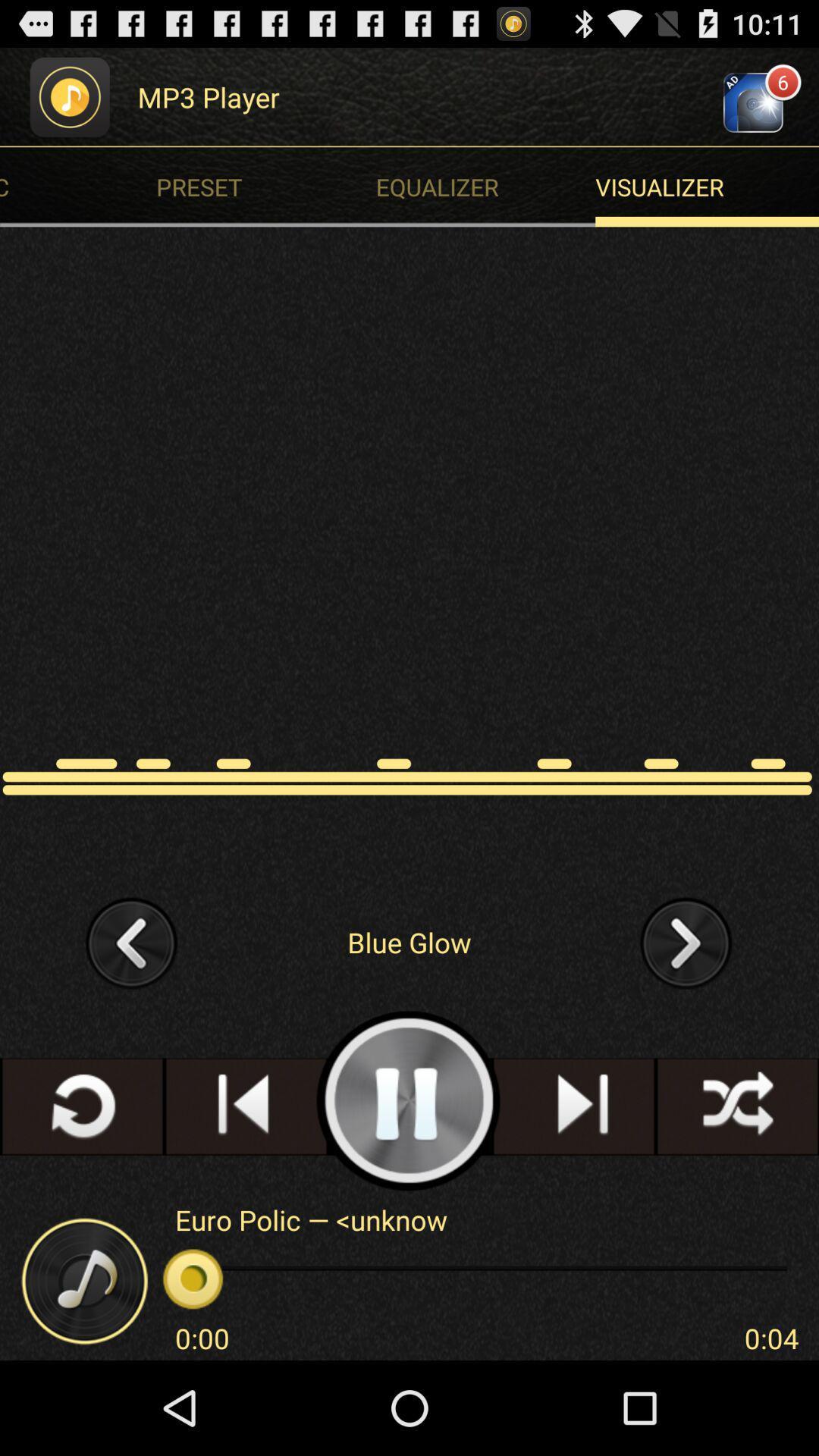 The image size is (819, 1456). I want to click on the item to the left of visualizer icon, so click(269, 186).